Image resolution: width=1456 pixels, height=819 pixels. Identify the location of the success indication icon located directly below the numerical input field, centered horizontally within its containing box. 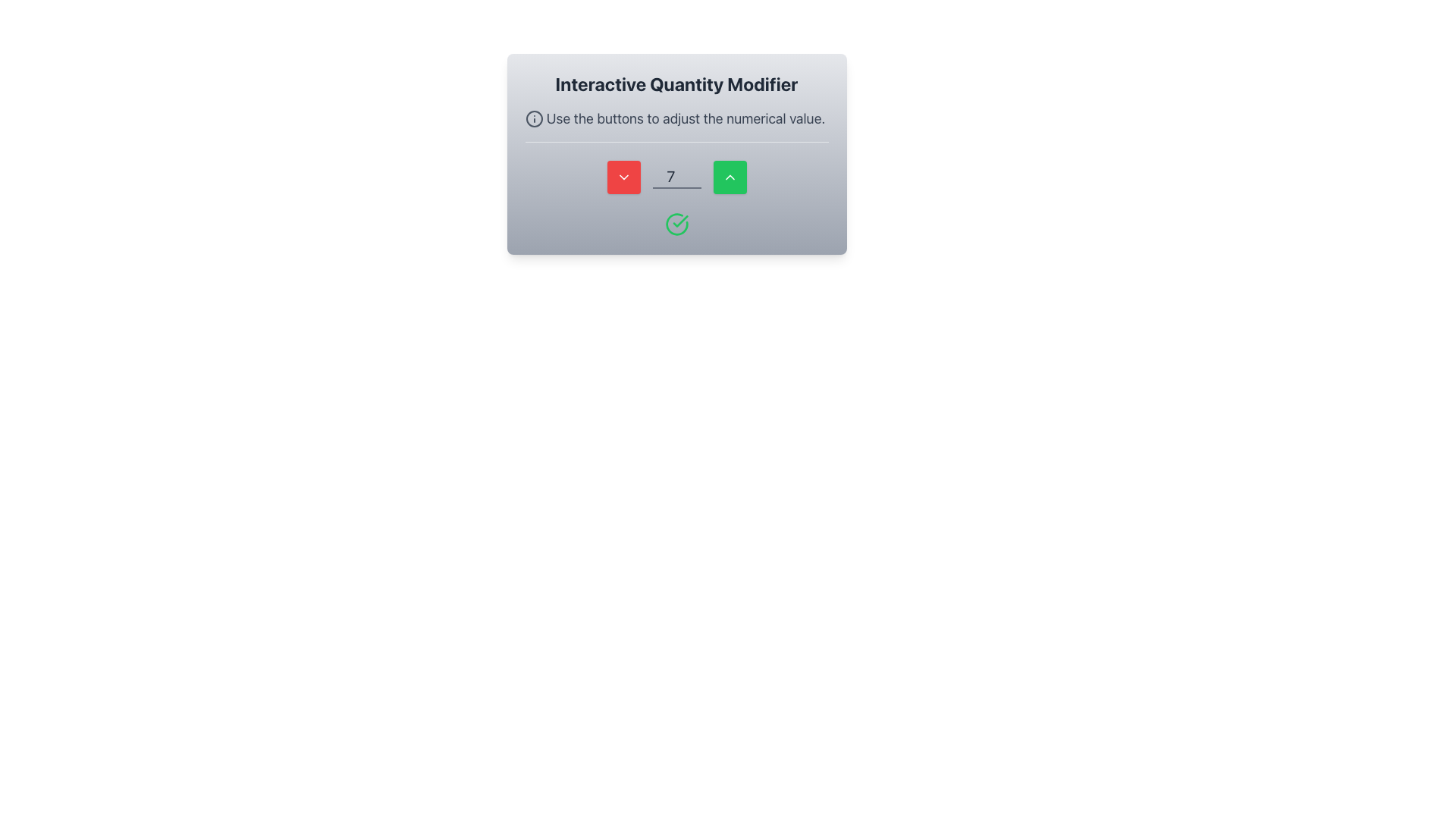
(676, 224).